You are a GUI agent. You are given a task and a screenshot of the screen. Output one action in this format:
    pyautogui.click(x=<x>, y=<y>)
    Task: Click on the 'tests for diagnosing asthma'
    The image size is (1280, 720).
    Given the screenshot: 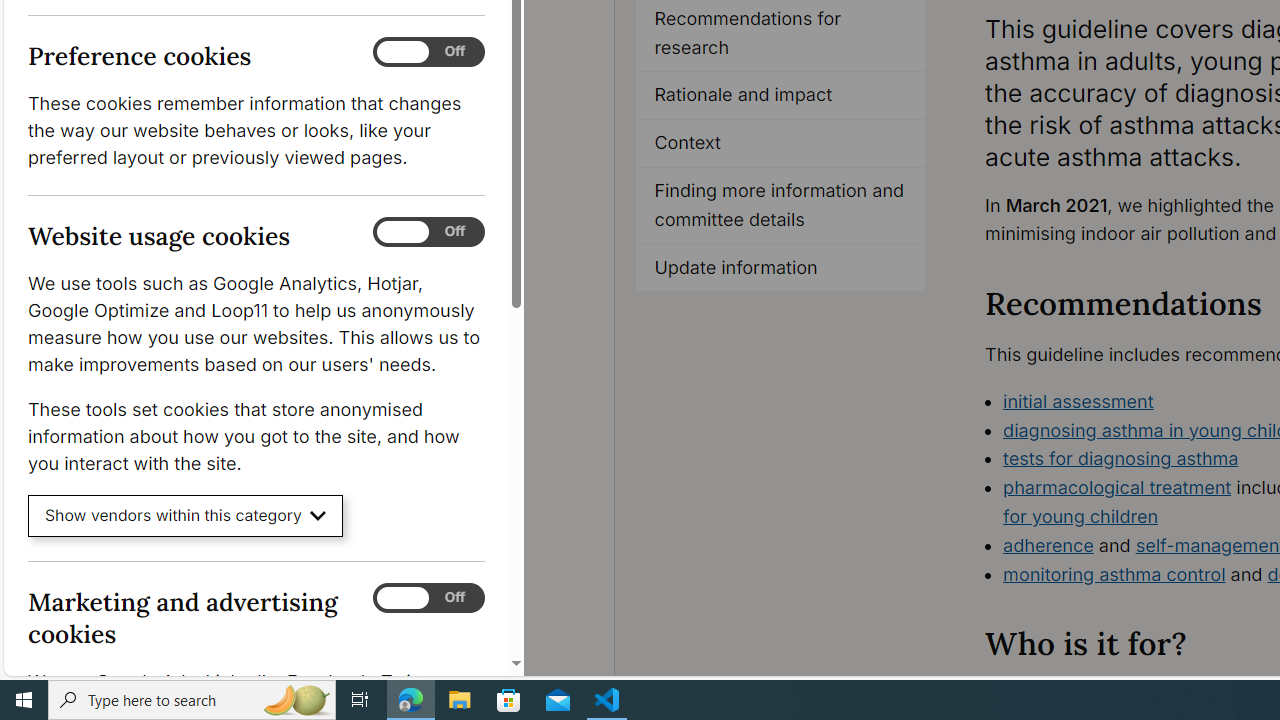 What is the action you would take?
    pyautogui.click(x=1121, y=458)
    